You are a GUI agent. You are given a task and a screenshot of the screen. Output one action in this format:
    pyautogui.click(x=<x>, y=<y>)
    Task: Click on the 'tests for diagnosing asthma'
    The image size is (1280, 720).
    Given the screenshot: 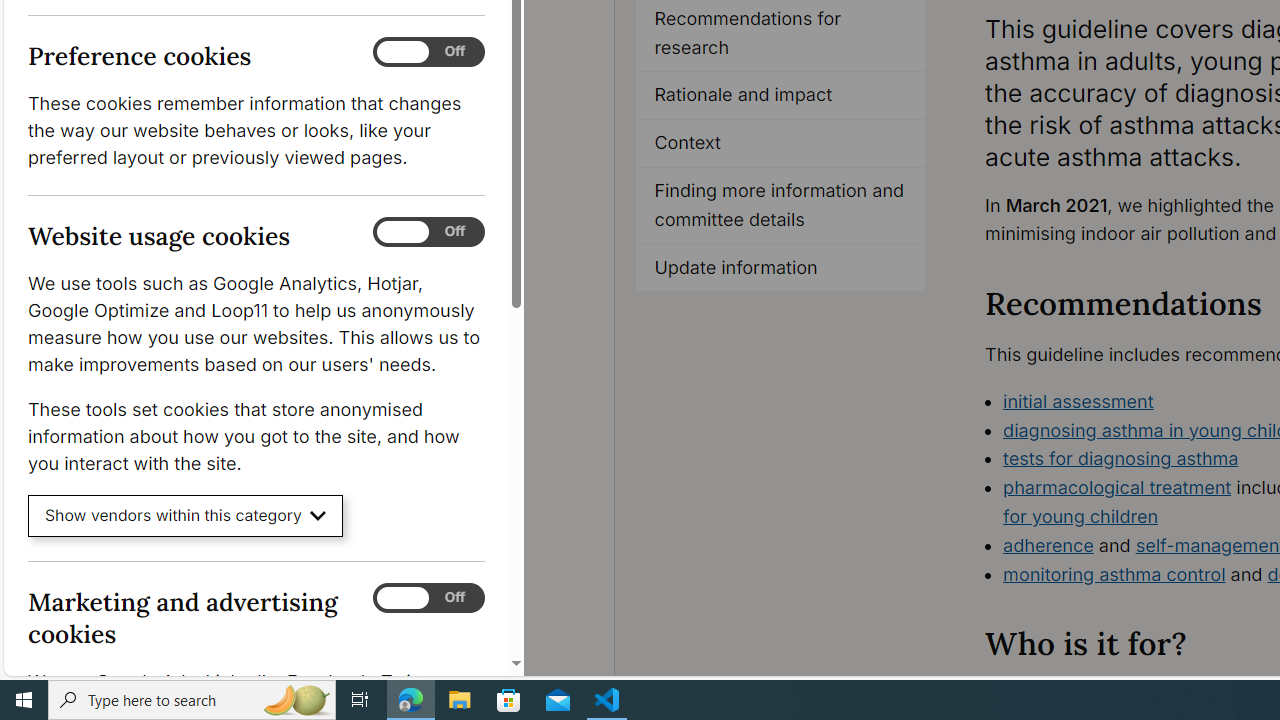 What is the action you would take?
    pyautogui.click(x=1121, y=458)
    